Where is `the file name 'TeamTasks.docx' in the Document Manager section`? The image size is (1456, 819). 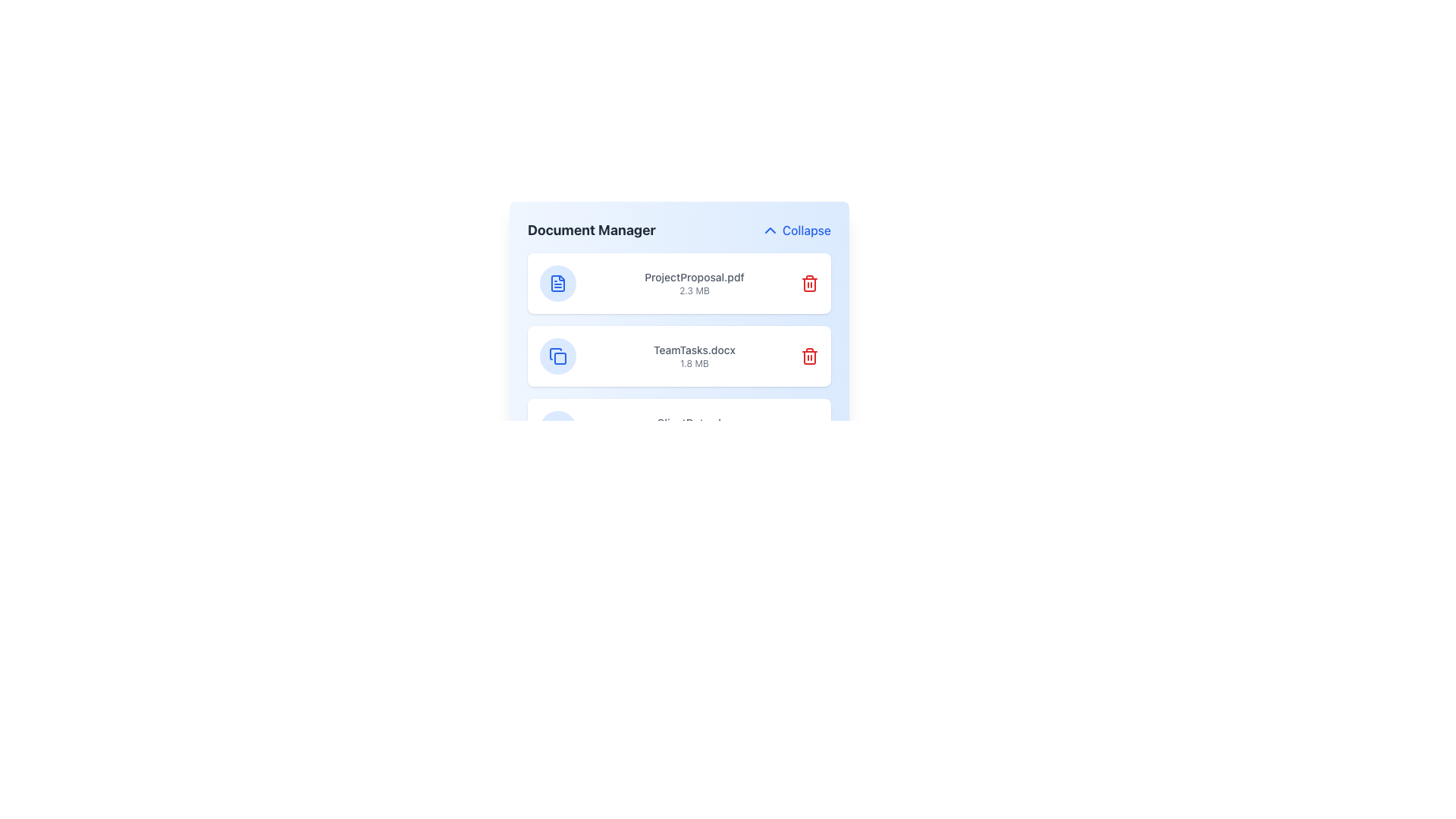
the file name 'TeamTasks.docx' in the Document Manager section is located at coordinates (679, 356).